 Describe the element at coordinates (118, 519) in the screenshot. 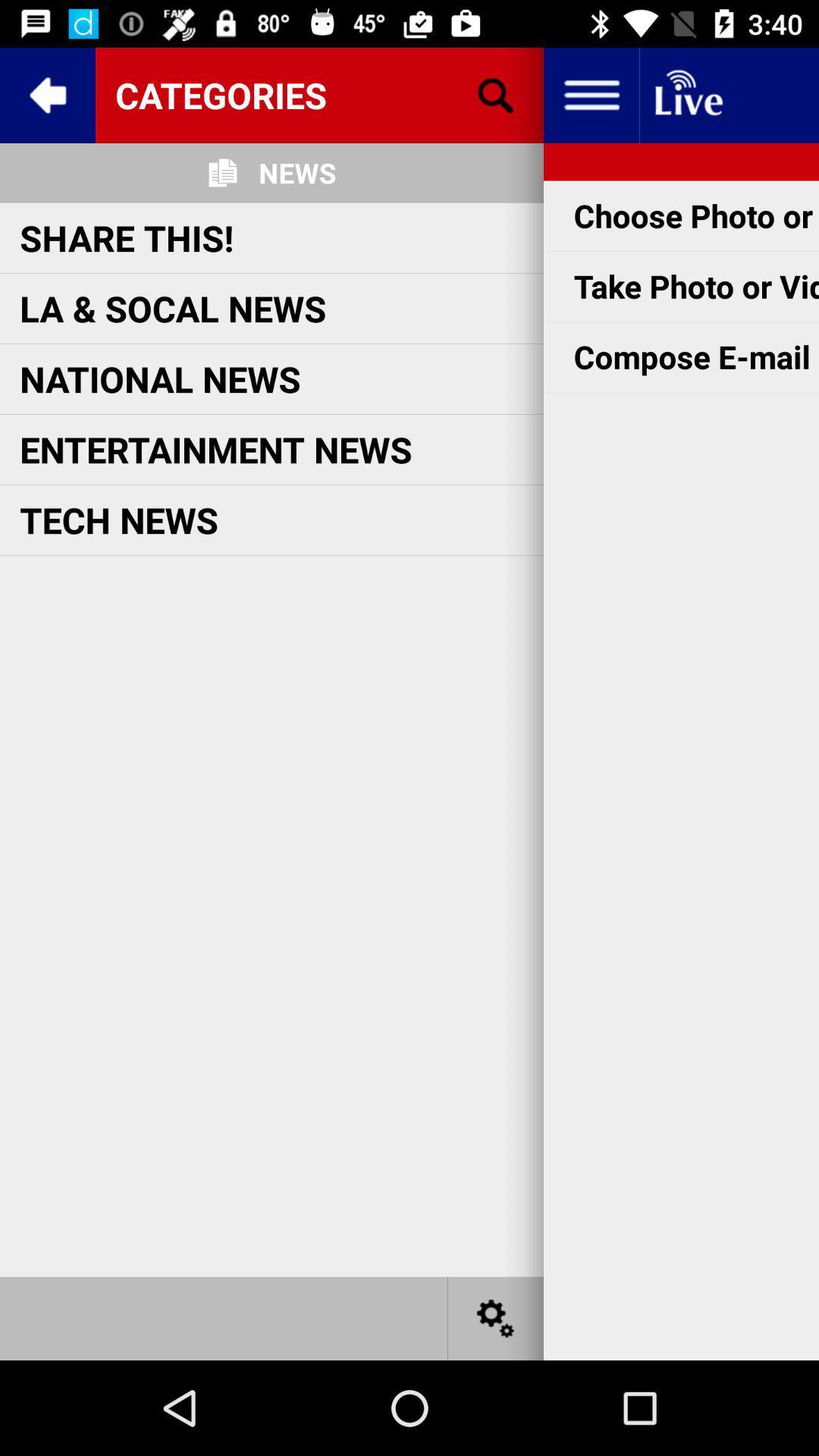

I see `the tech news item` at that location.